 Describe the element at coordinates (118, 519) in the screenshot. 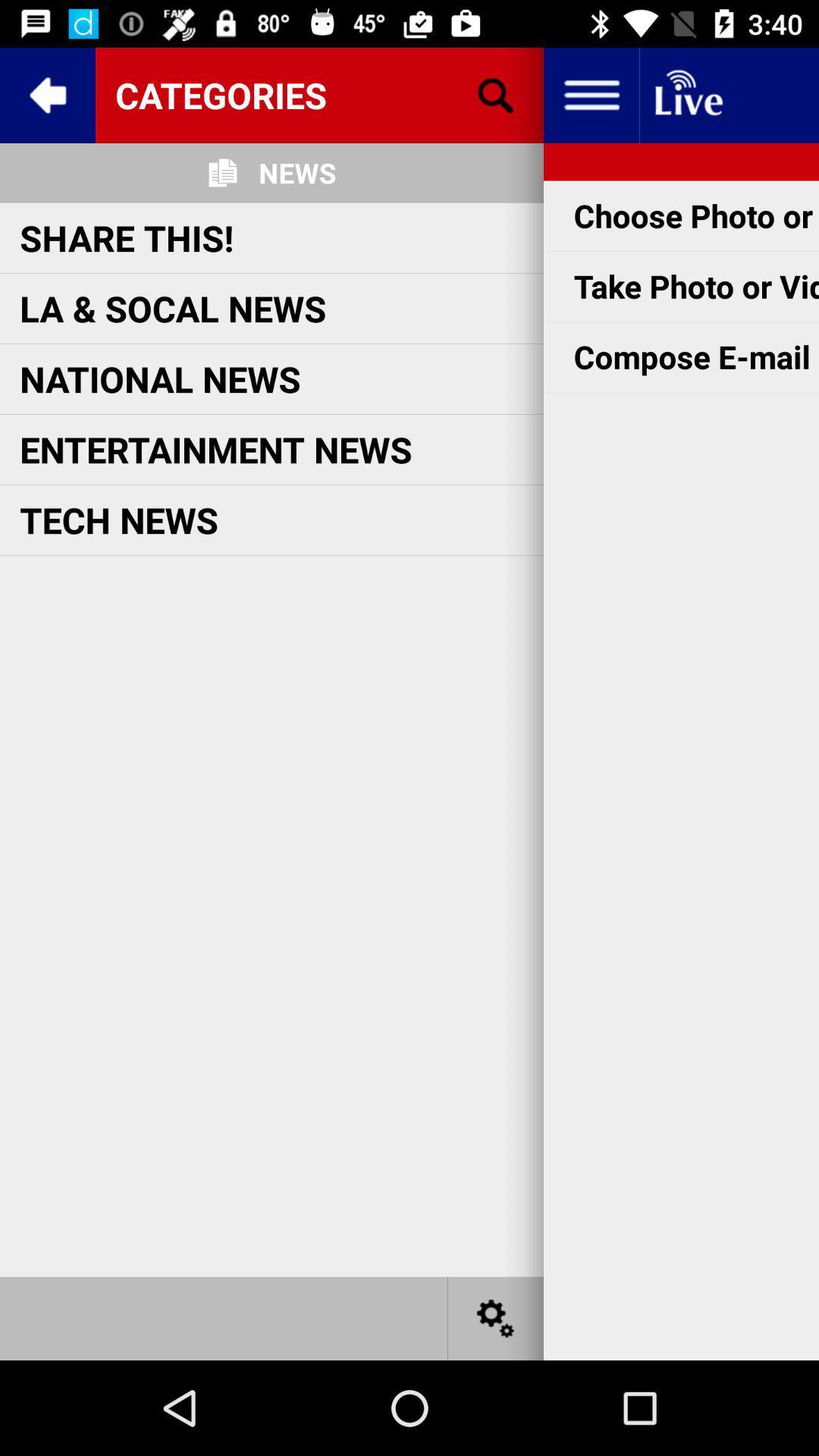

I see `the tech news item` at that location.